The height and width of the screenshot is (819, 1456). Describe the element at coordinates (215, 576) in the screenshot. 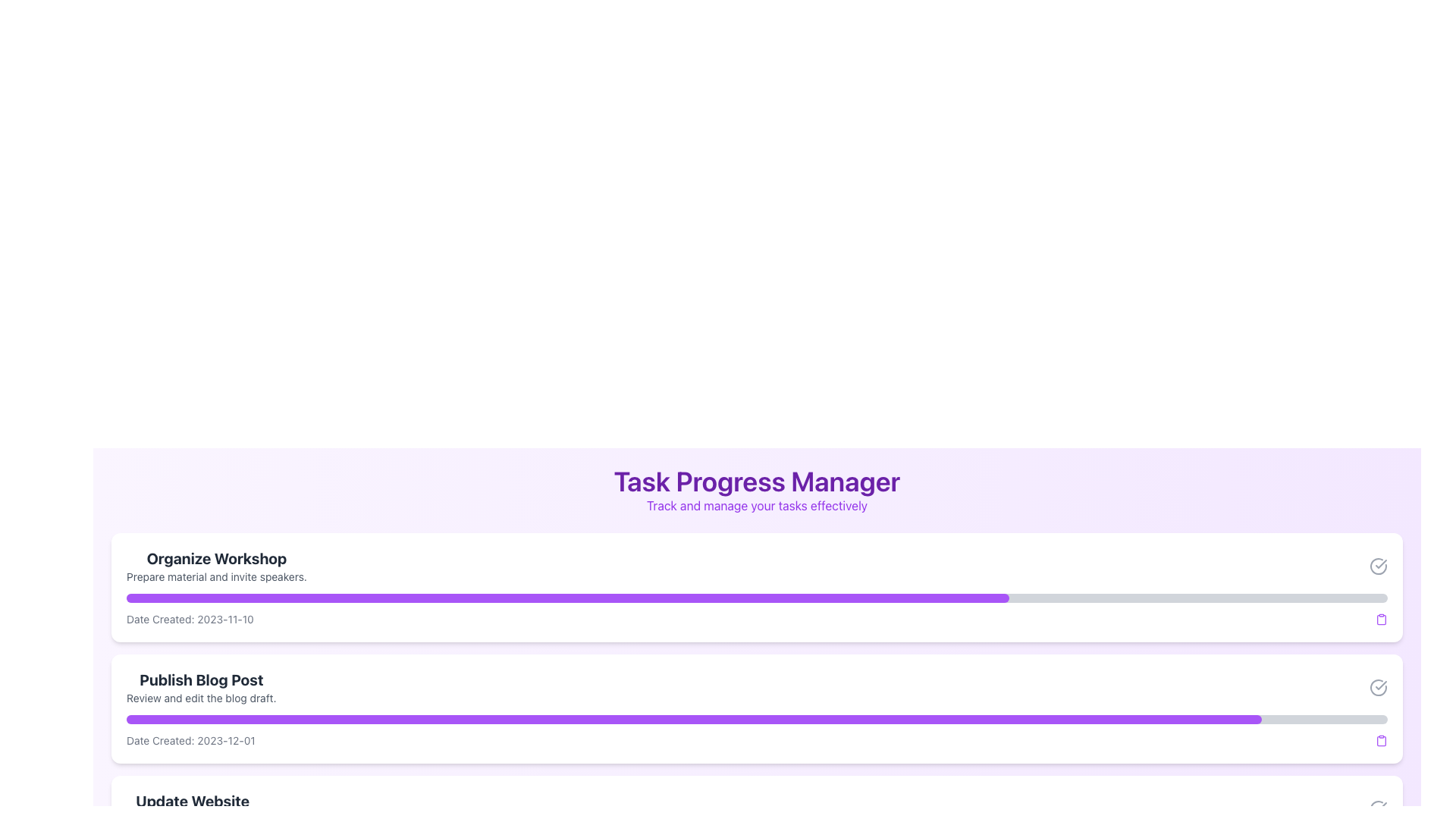

I see `text contained in the text label that reads 'Prepare material and invite speakers.' located beneath the 'Organize Workshop' title` at that location.